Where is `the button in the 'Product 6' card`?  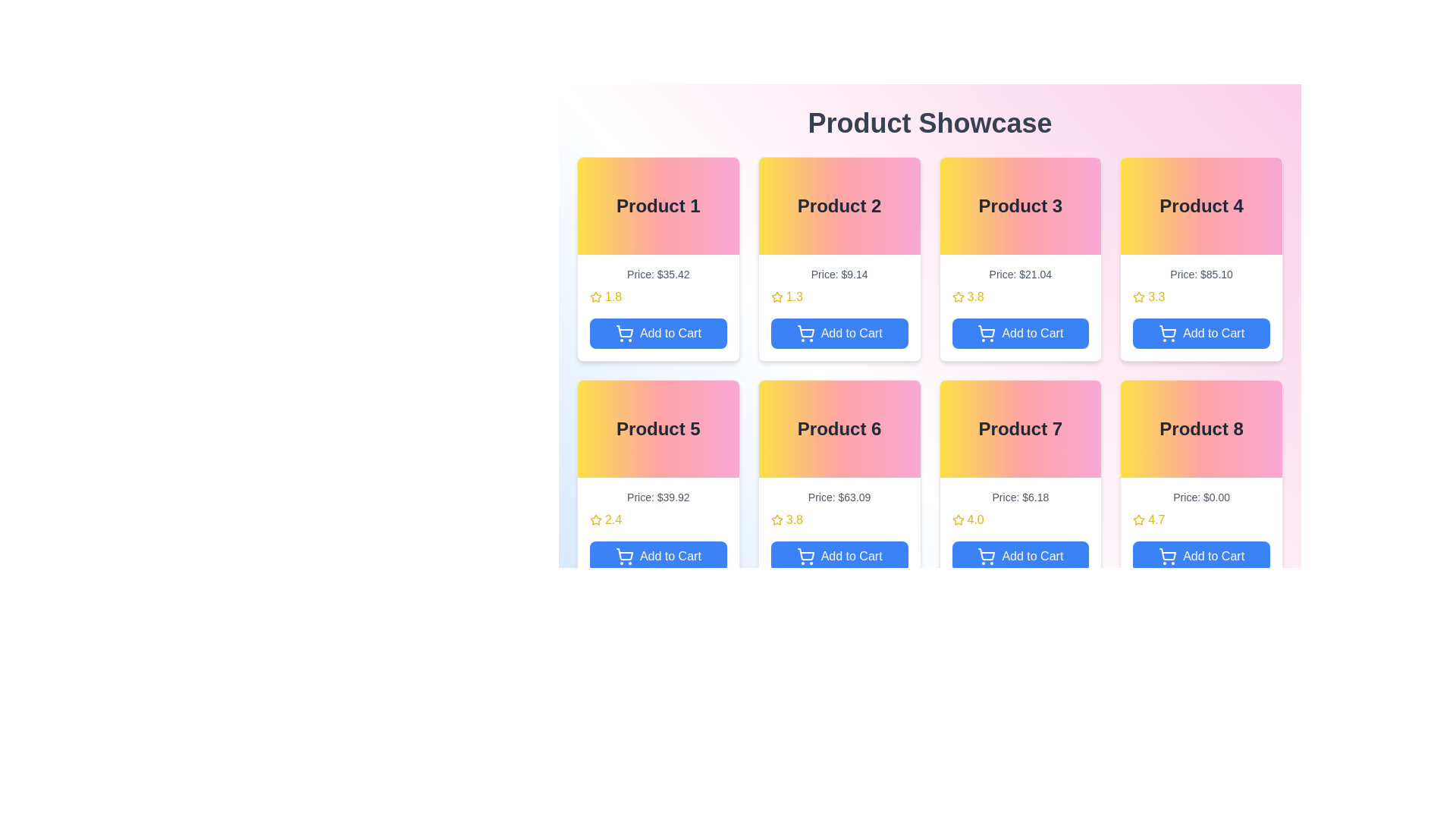
the button in the 'Product 6' card is located at coordinates (839, 529).